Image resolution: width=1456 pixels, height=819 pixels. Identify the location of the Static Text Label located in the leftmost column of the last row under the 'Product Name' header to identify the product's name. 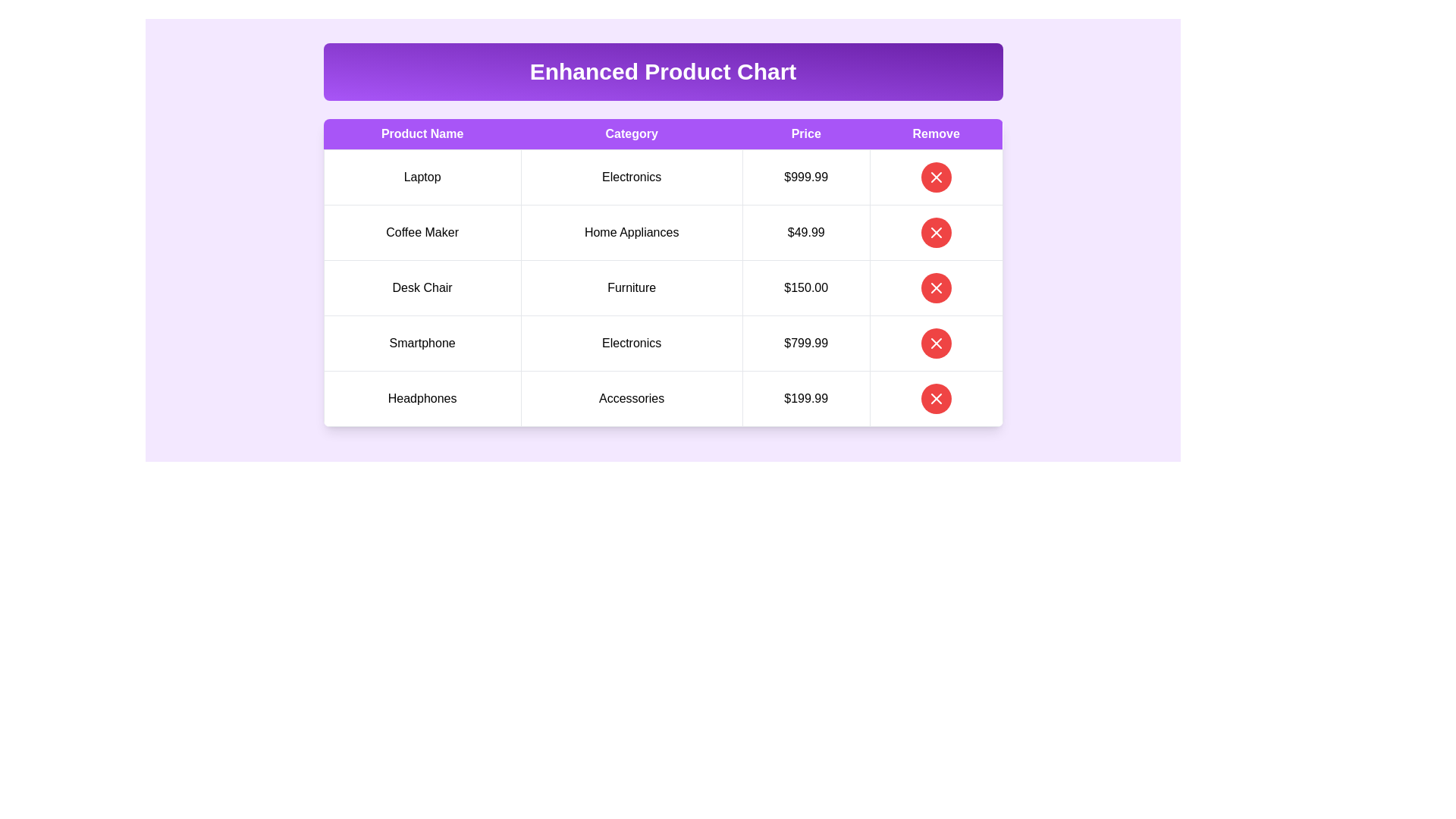
(422, 397).